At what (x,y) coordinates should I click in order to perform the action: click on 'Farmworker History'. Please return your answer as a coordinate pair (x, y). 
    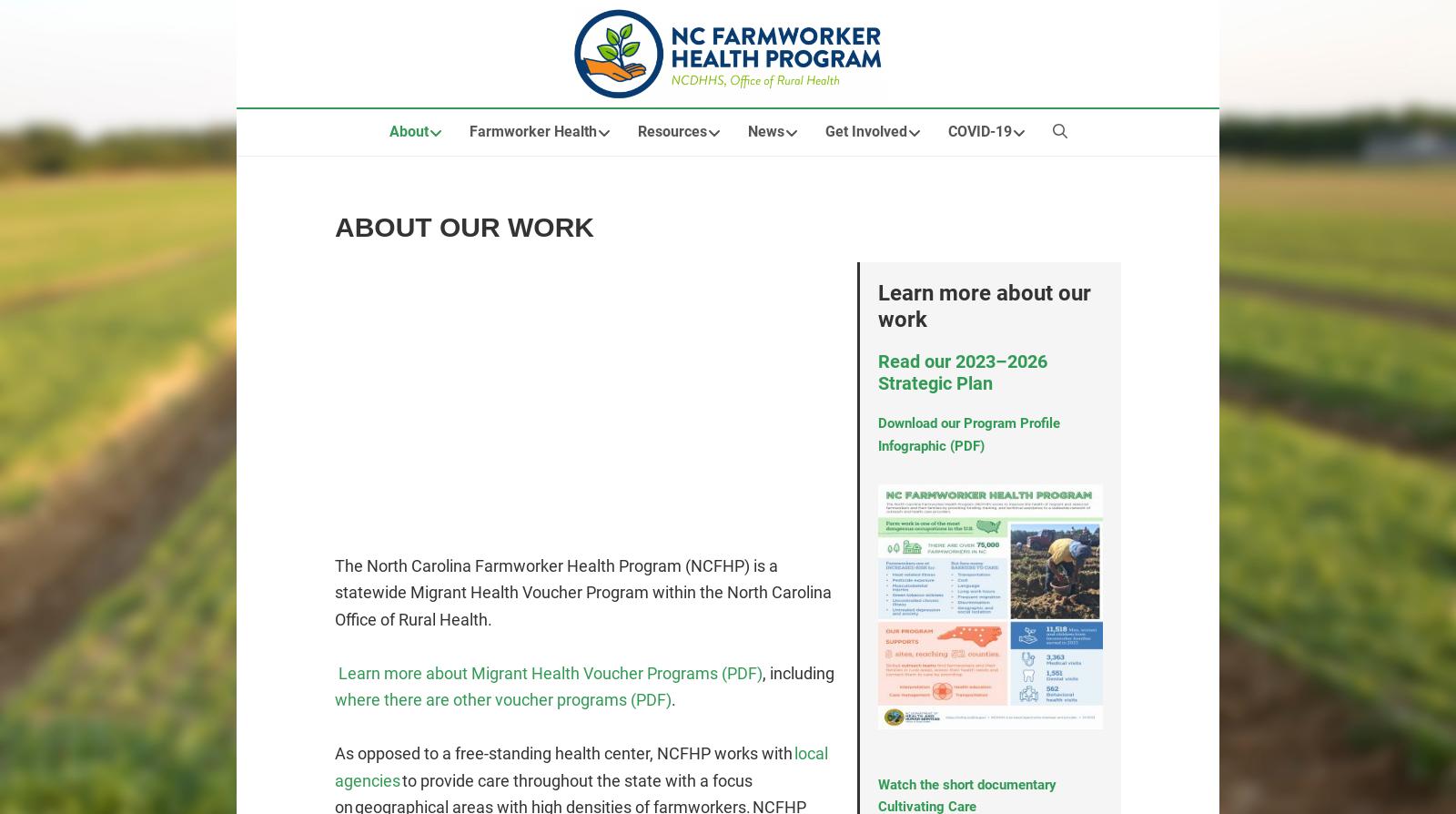
    Looking at the image, I should click on (531, 241).